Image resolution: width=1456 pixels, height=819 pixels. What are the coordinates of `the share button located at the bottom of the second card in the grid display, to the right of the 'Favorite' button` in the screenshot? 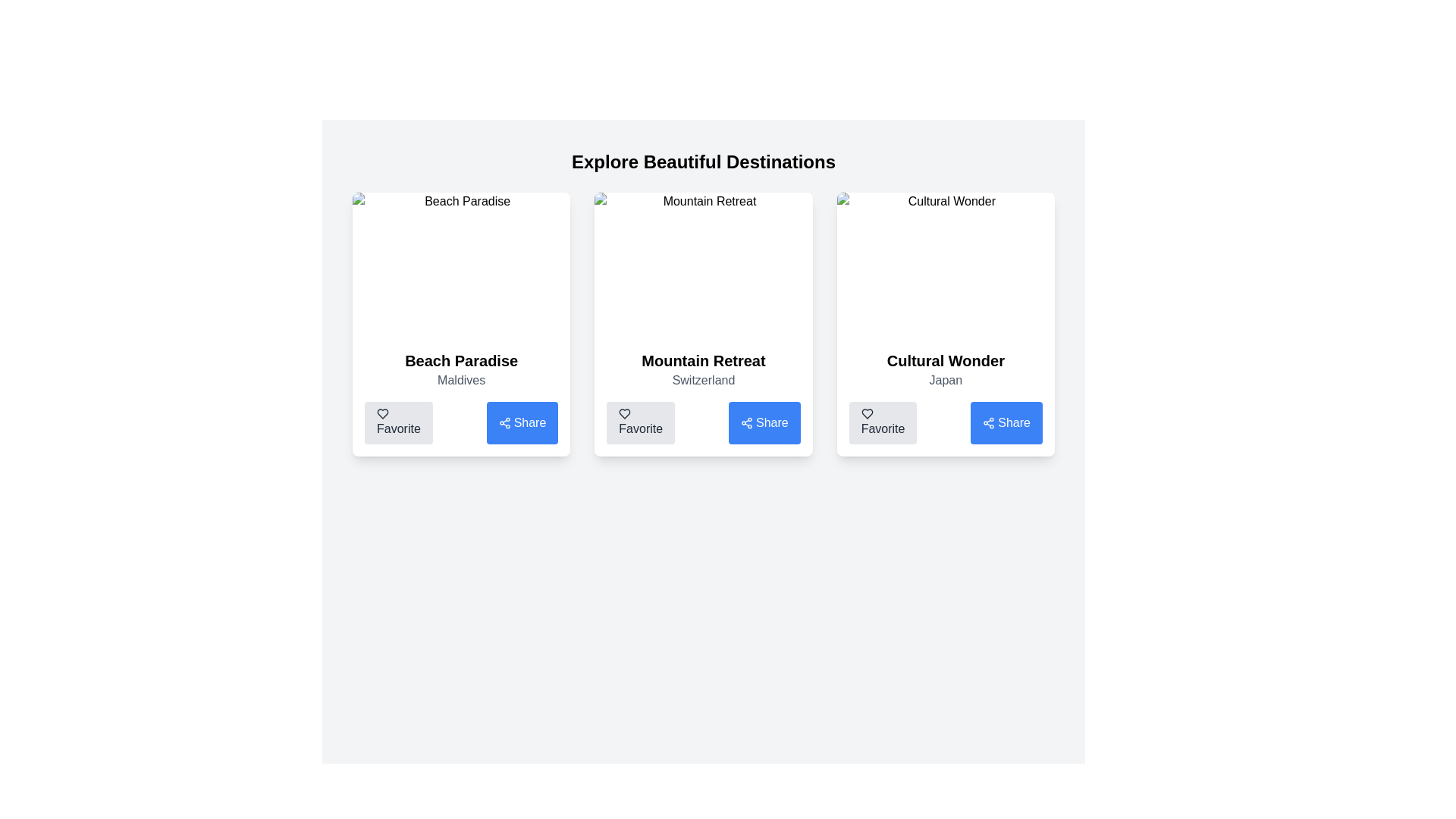 It's located at (764, 423).